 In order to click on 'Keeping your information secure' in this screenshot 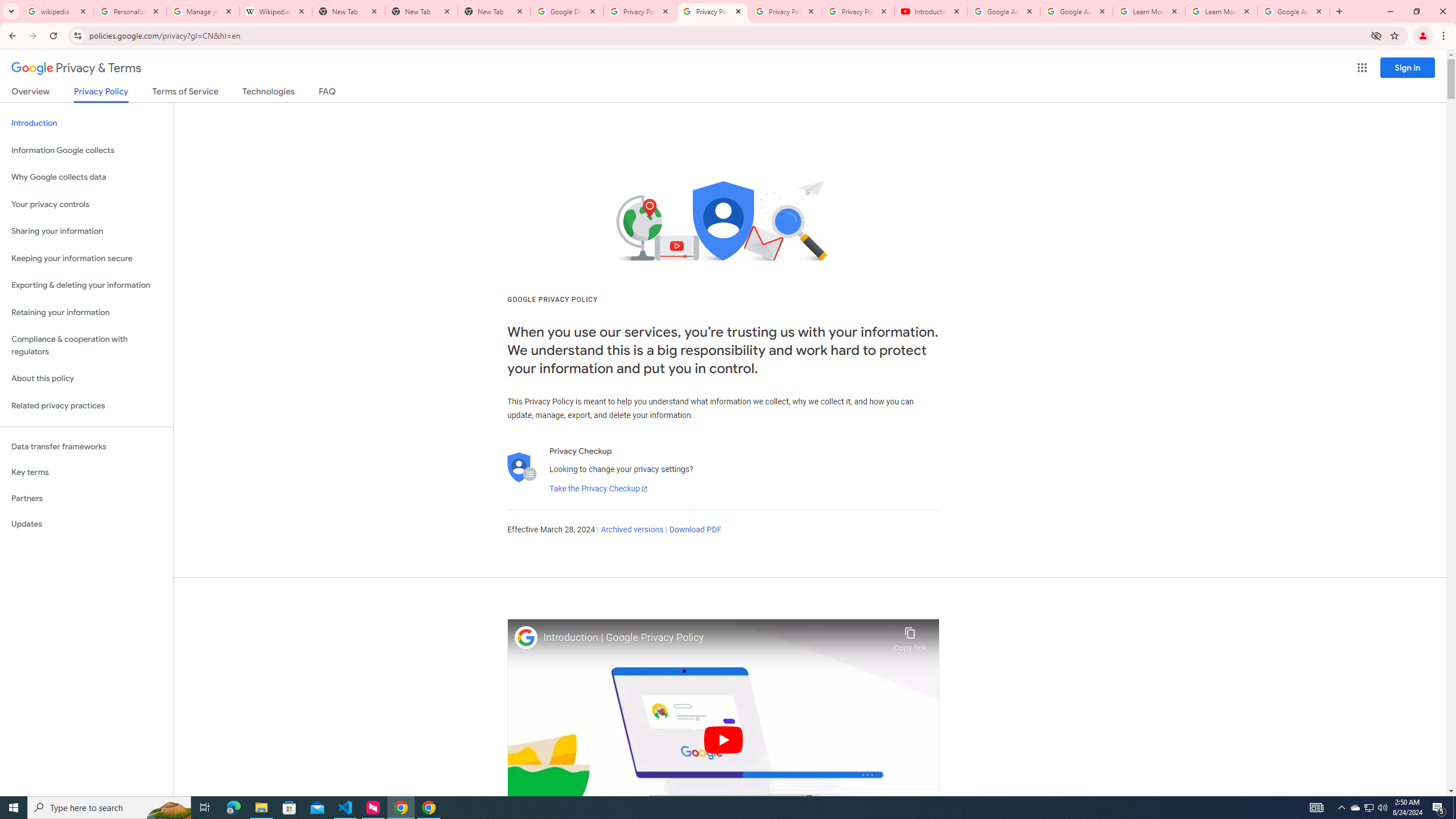, I will do `click(86, 259)`.